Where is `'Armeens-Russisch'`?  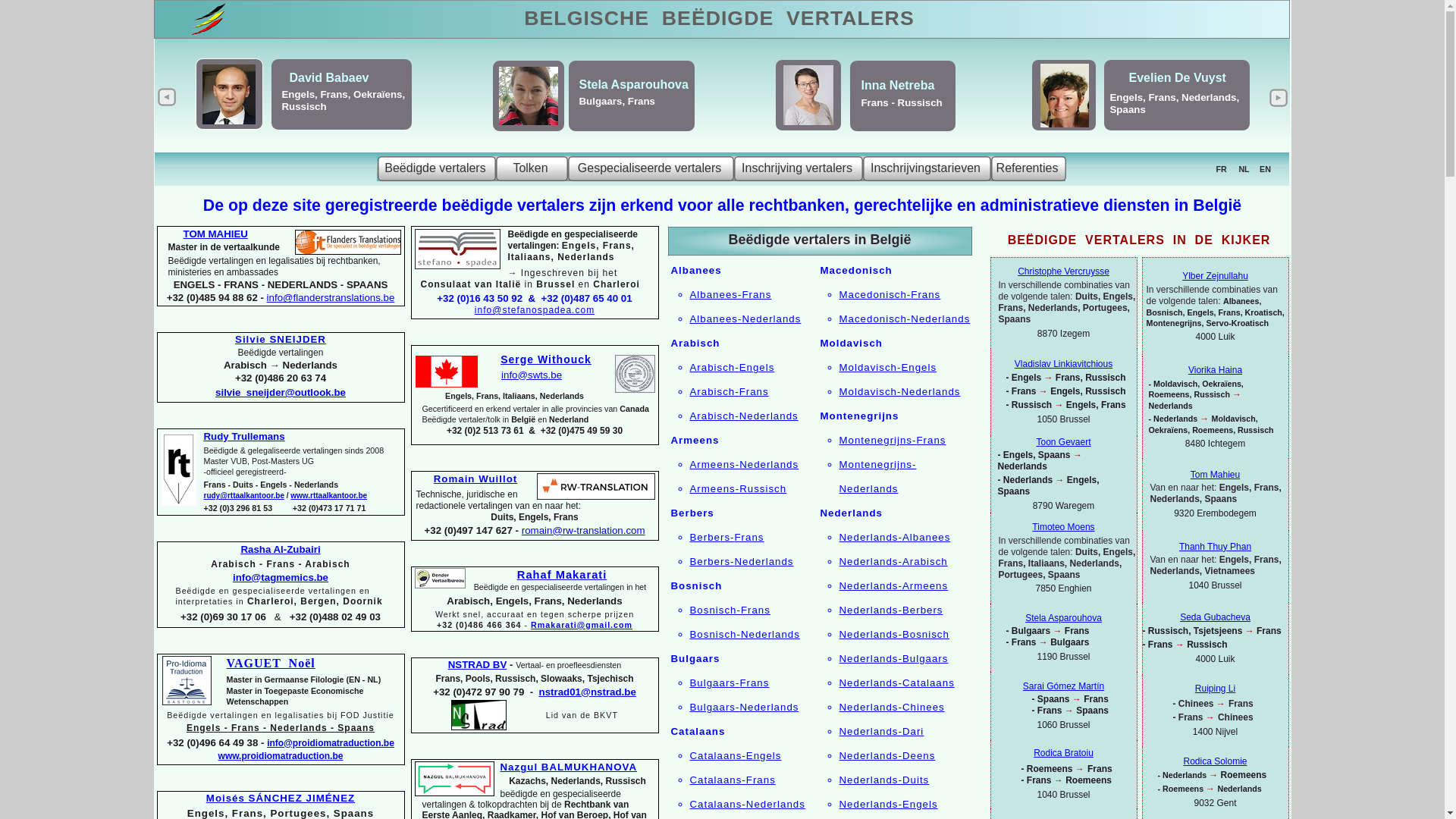 'Armeens-Russisch' is located at coordinates (739, 488).